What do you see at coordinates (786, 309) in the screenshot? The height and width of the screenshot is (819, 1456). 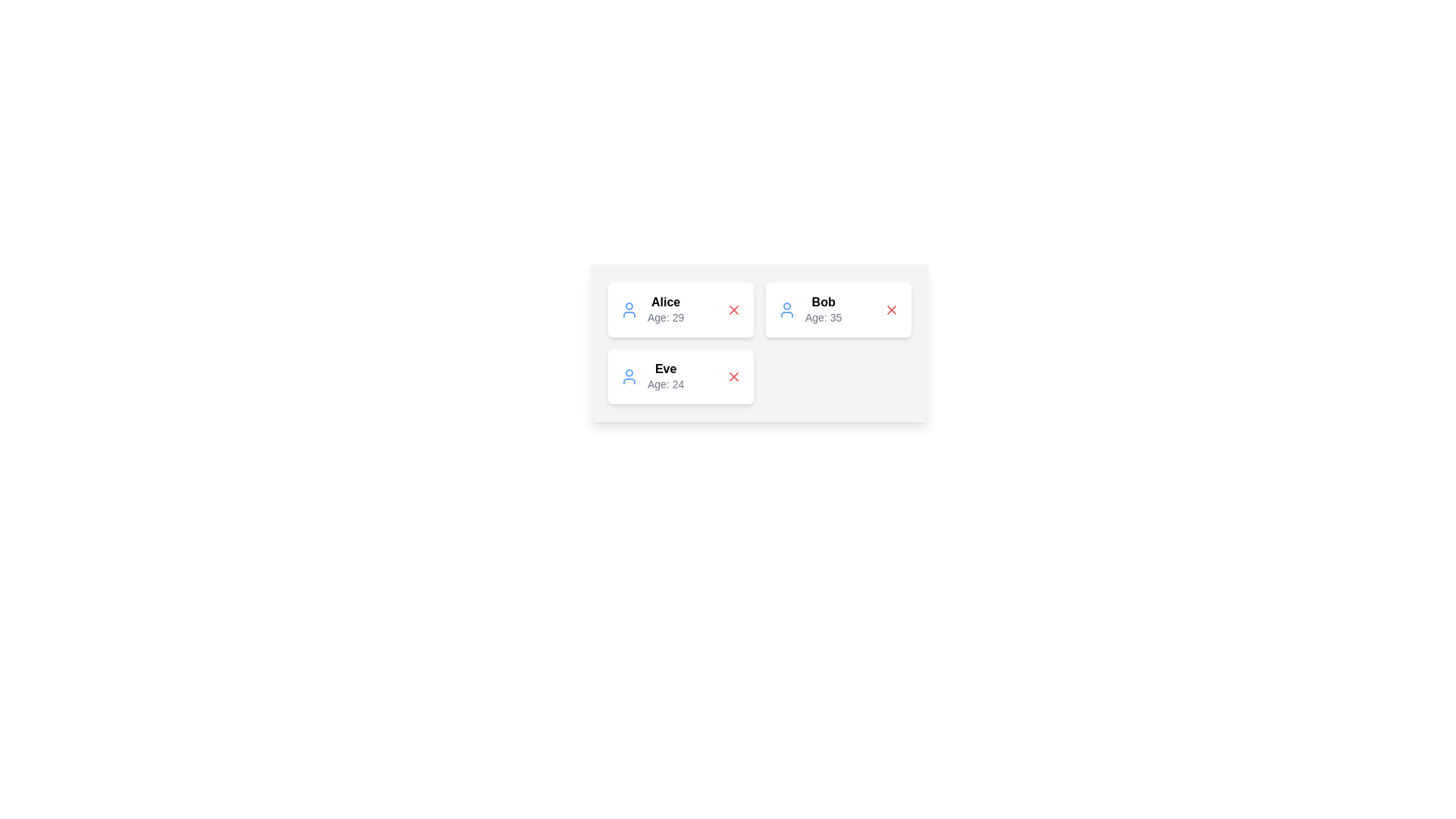 I see `the user icon corresponding to Bob` at bounding box center [786, 309].